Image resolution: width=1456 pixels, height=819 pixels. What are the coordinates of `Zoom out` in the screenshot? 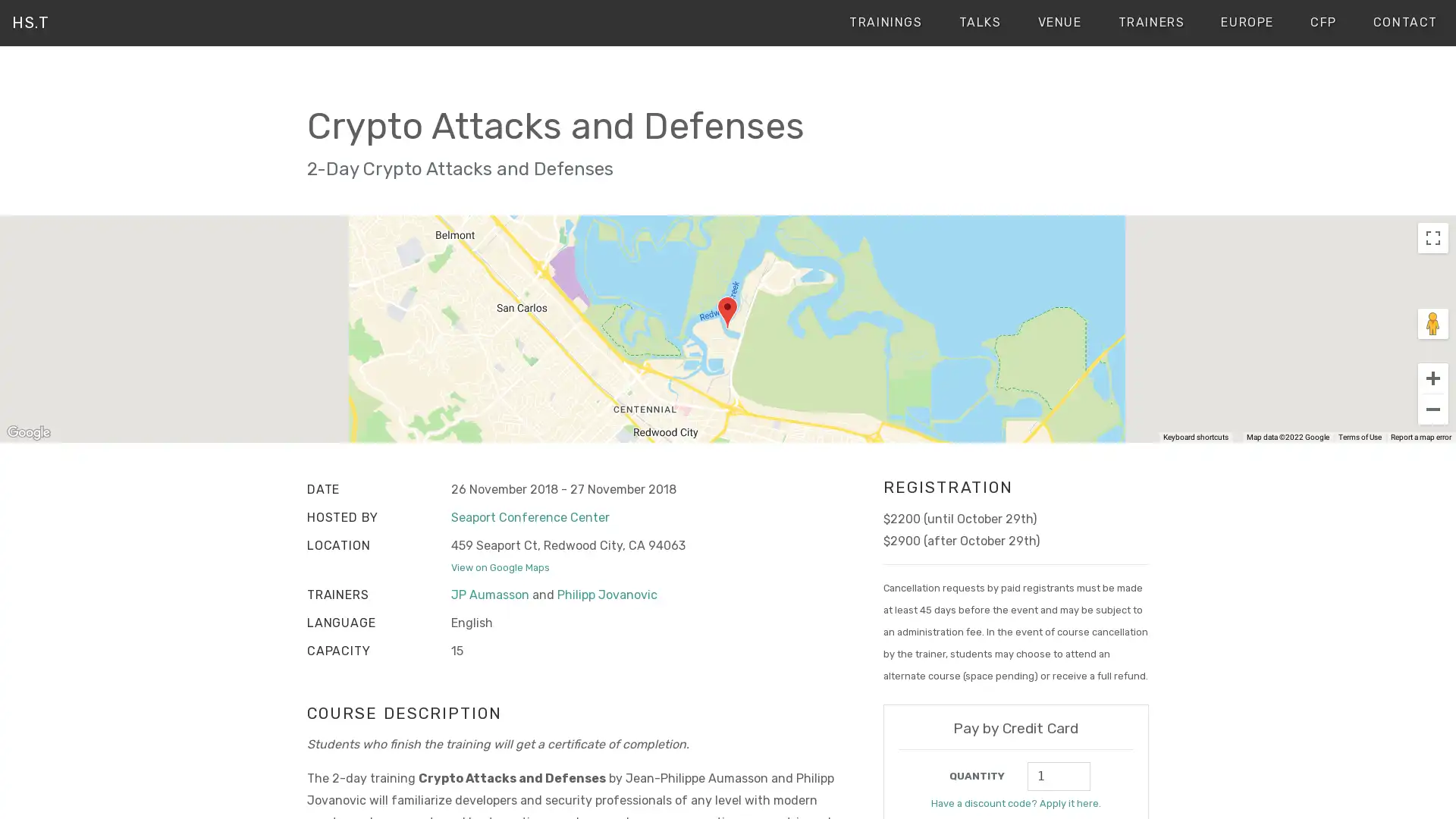 It's located at (1432, 408).